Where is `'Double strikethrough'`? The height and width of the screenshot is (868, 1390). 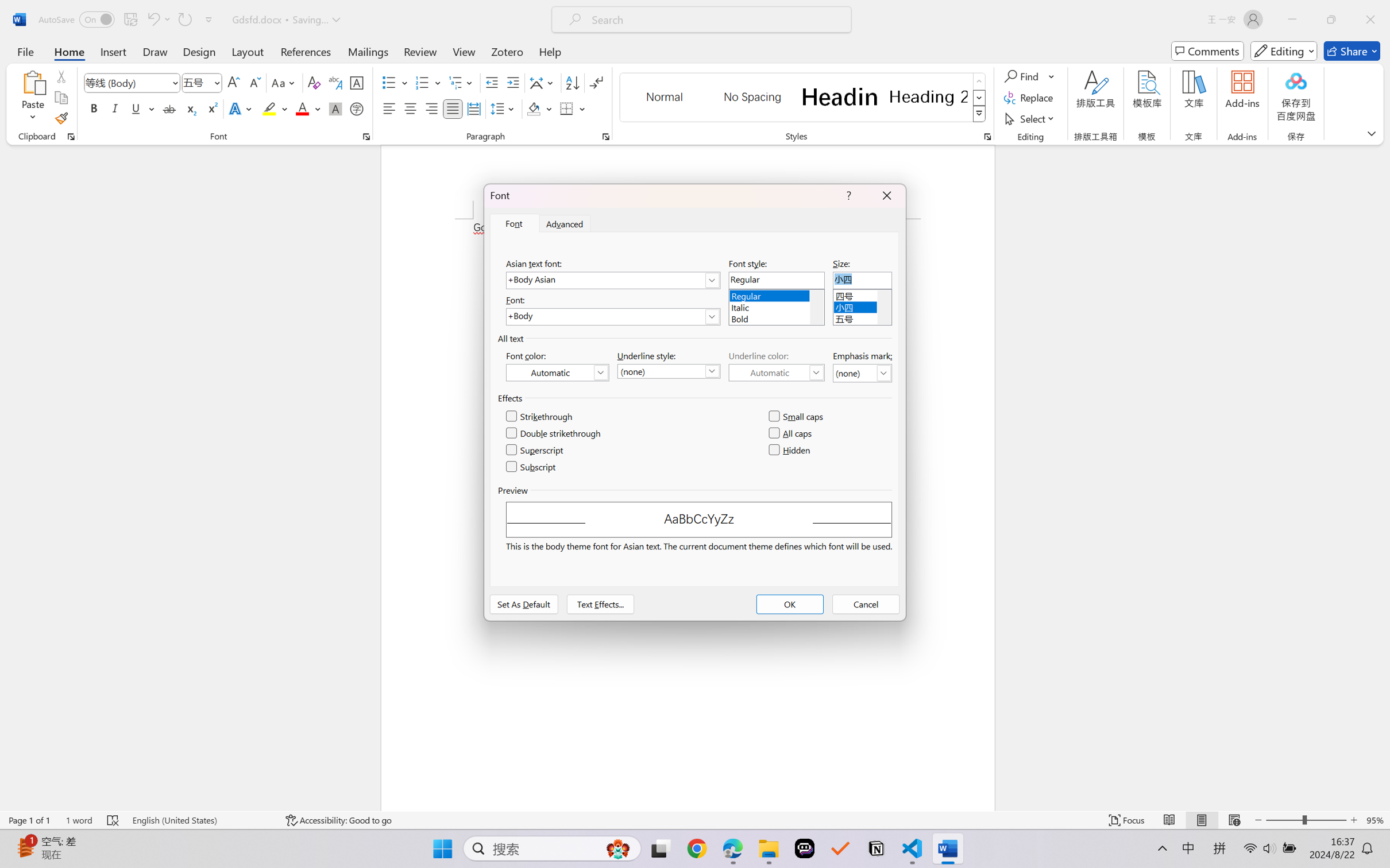 'Double strikethrough' is located at coordinates (554, 432).